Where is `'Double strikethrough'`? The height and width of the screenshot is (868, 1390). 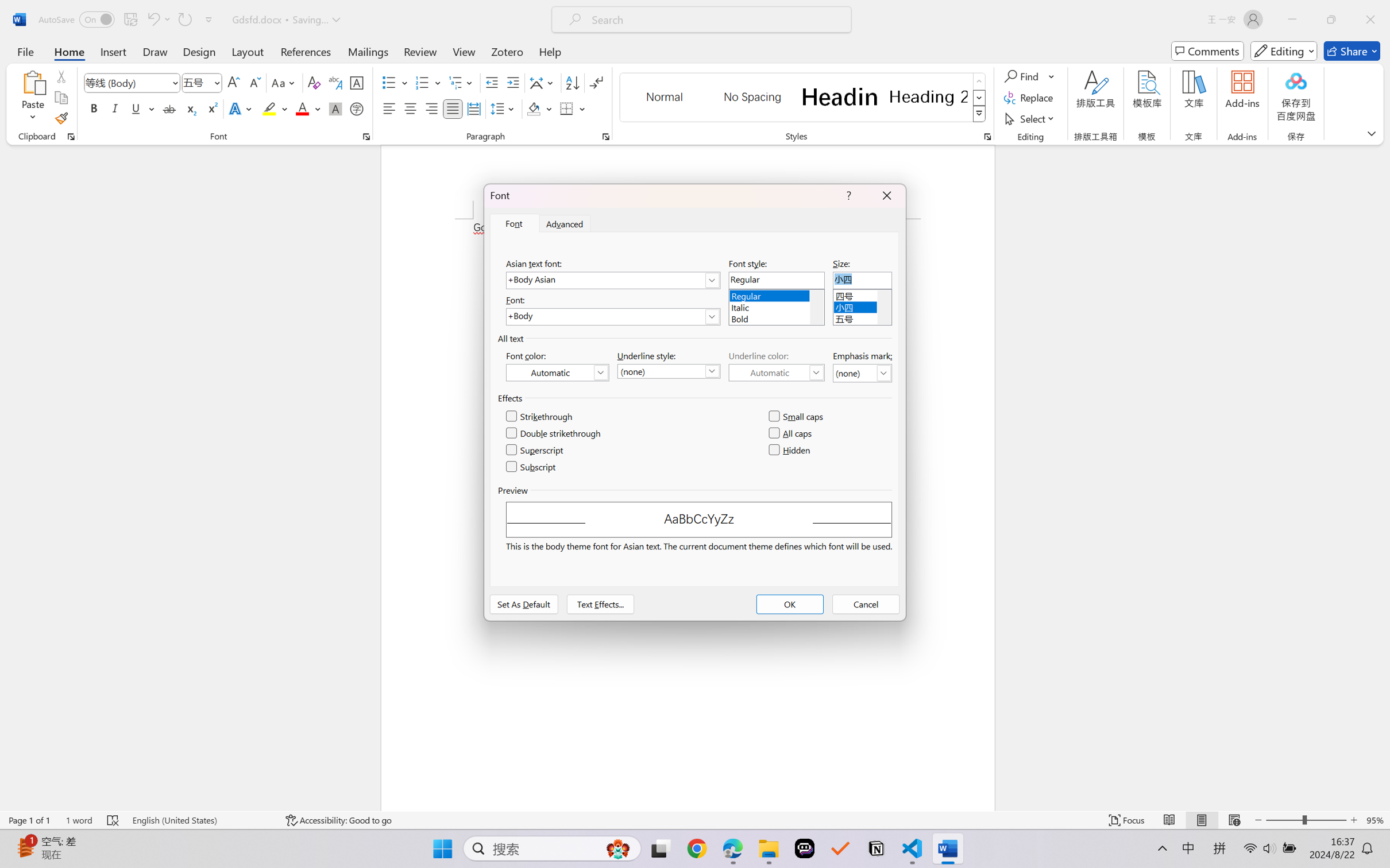 'Double strikethrough' is located at coordinates (554, 432).